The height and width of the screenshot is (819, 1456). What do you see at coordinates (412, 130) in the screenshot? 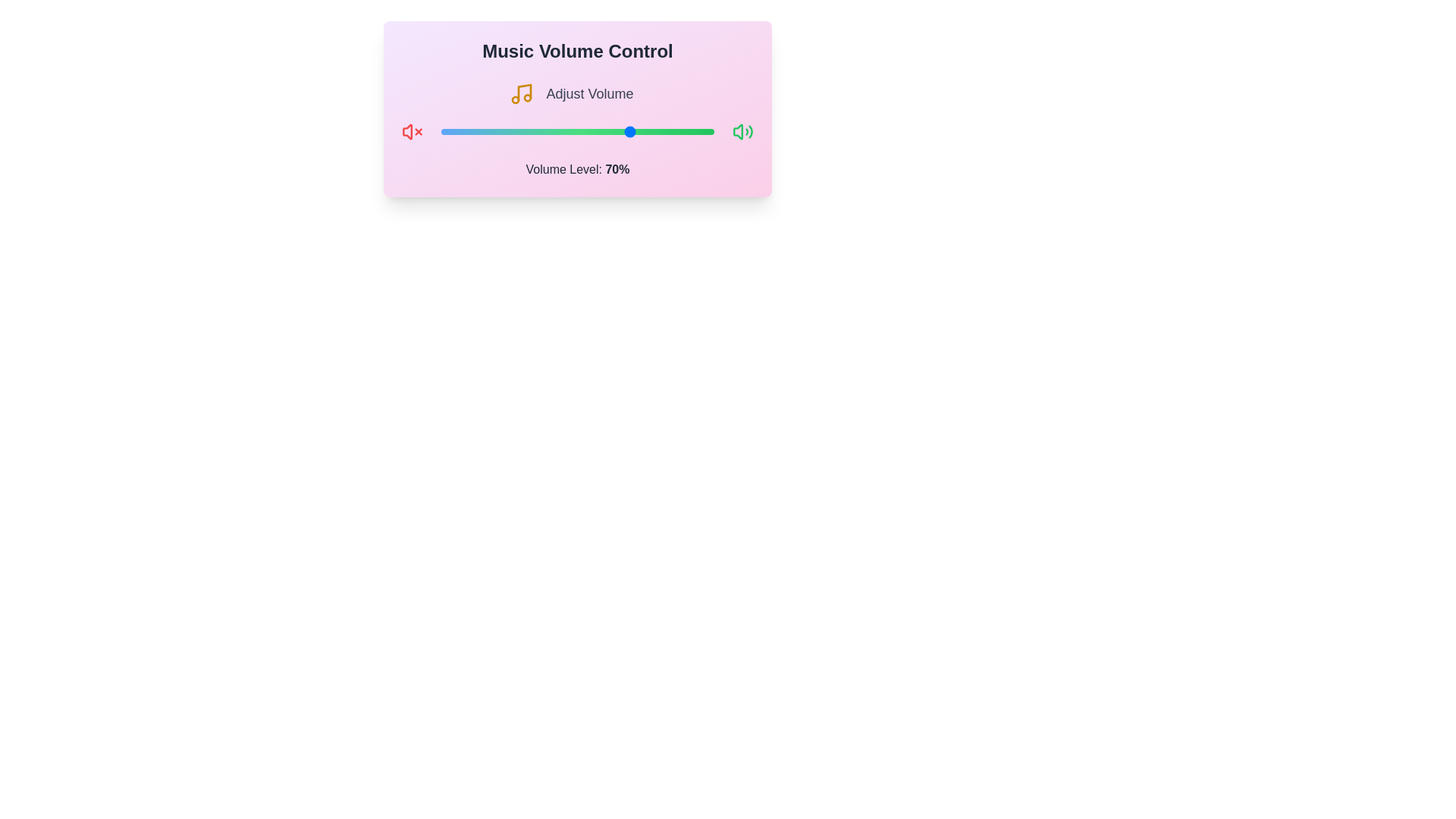
I see `the mute button to toggle the mute state` at bounding box center [412, 130].